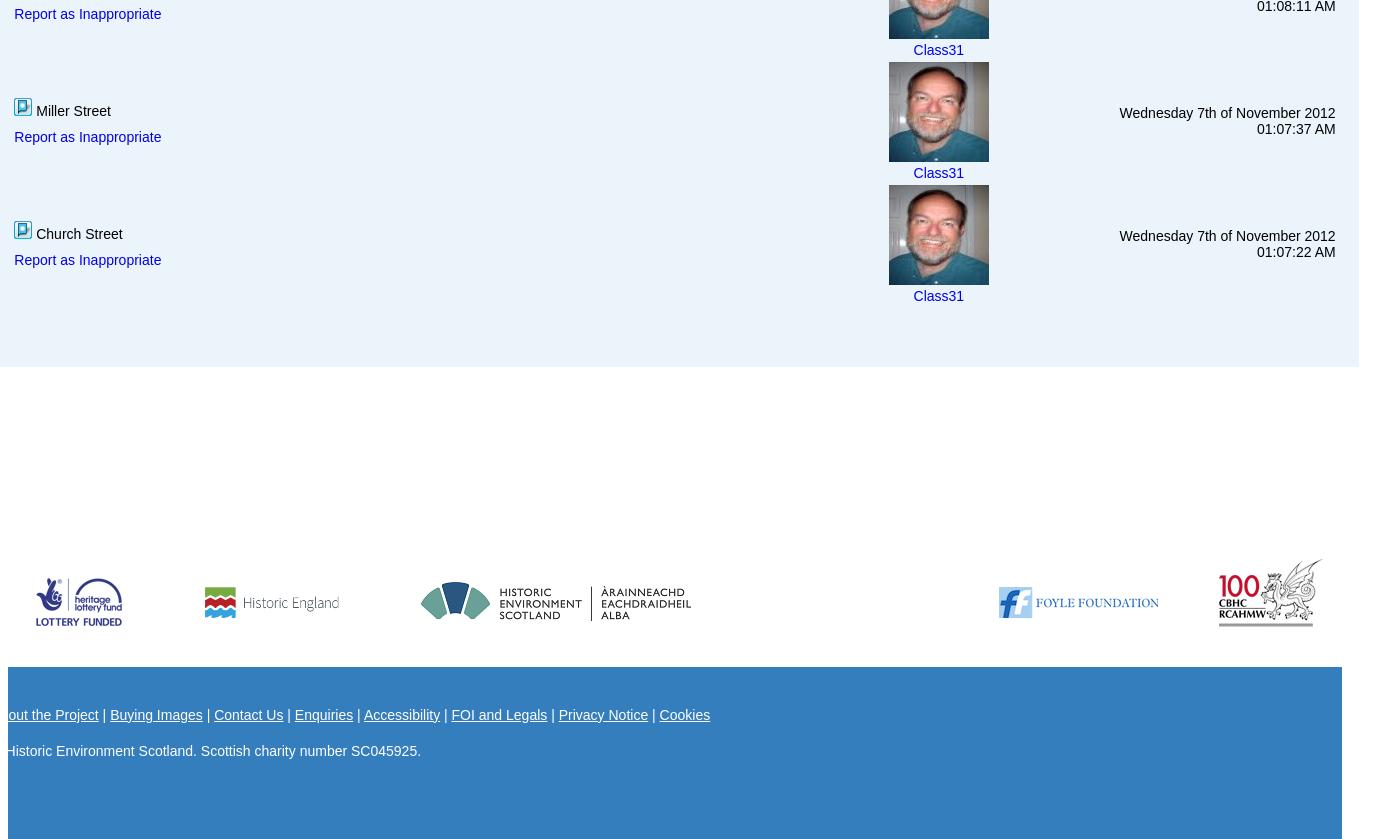 The height and width of the screenshot is (839, 1376). I want to click on 'Miller Street', so click(31, 109).